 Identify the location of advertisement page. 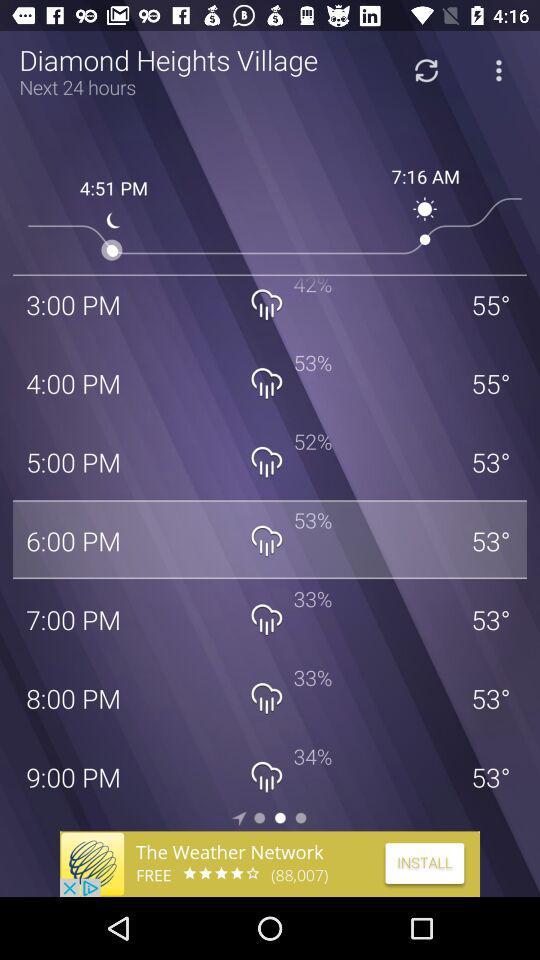
(270, 863).